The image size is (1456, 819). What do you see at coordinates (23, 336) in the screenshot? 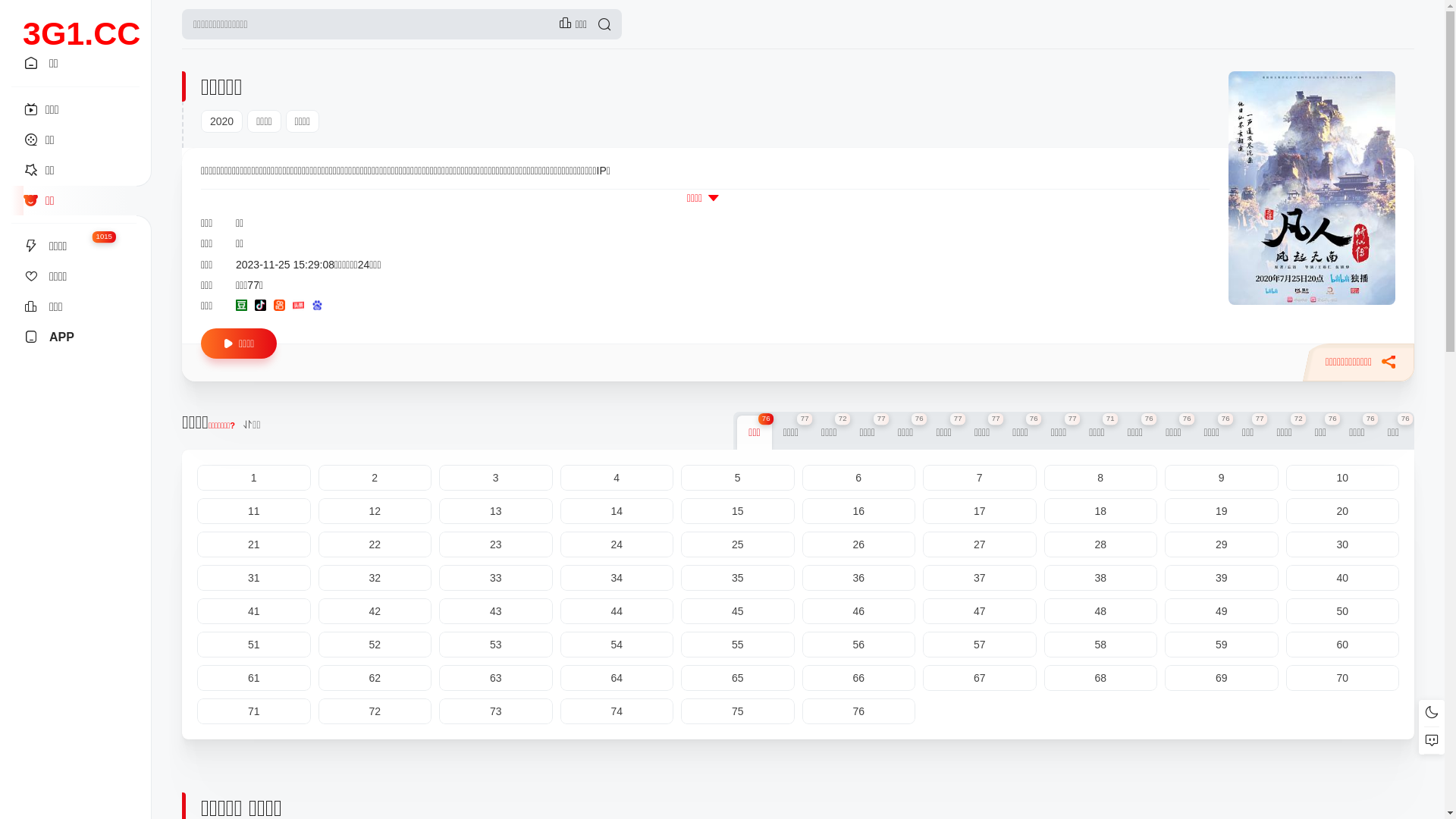
I see `'APP'` at bounding box center [23, 336].